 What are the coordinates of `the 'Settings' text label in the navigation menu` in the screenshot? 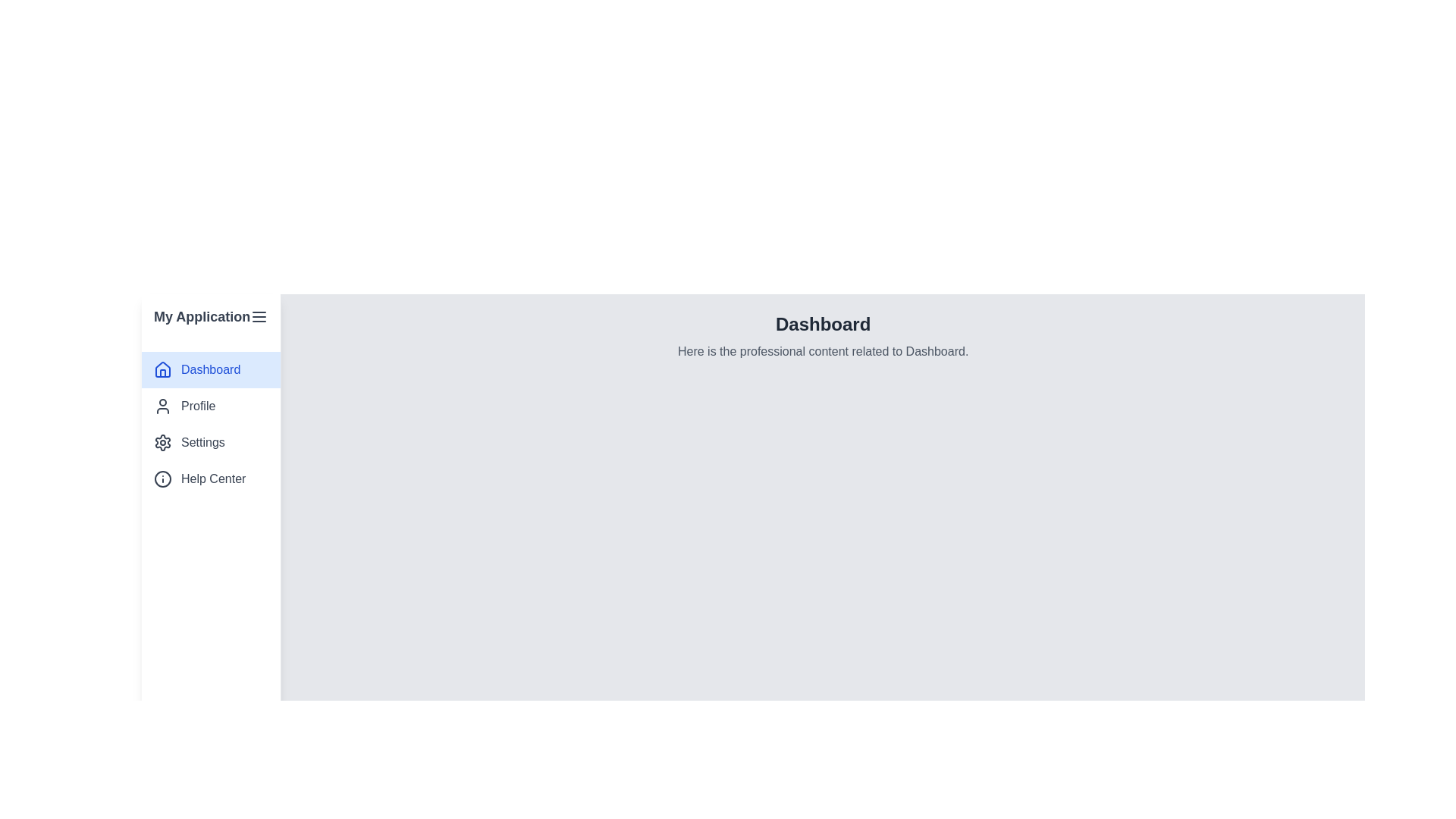 It's located at (202, 442).